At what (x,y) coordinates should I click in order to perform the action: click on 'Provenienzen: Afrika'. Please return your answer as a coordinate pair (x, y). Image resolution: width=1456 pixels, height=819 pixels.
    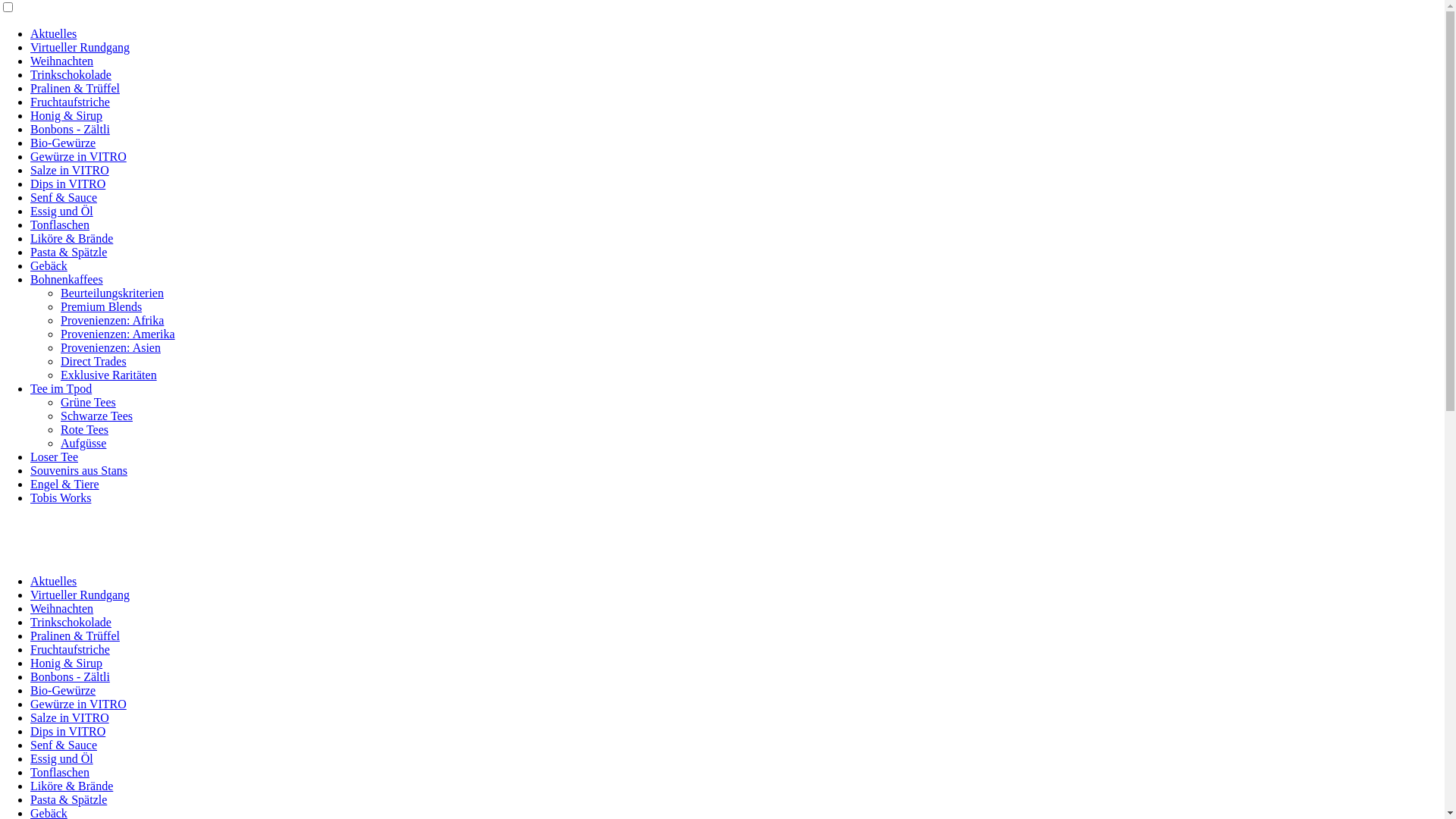
    Looking at the image, I should click on (111, 319).